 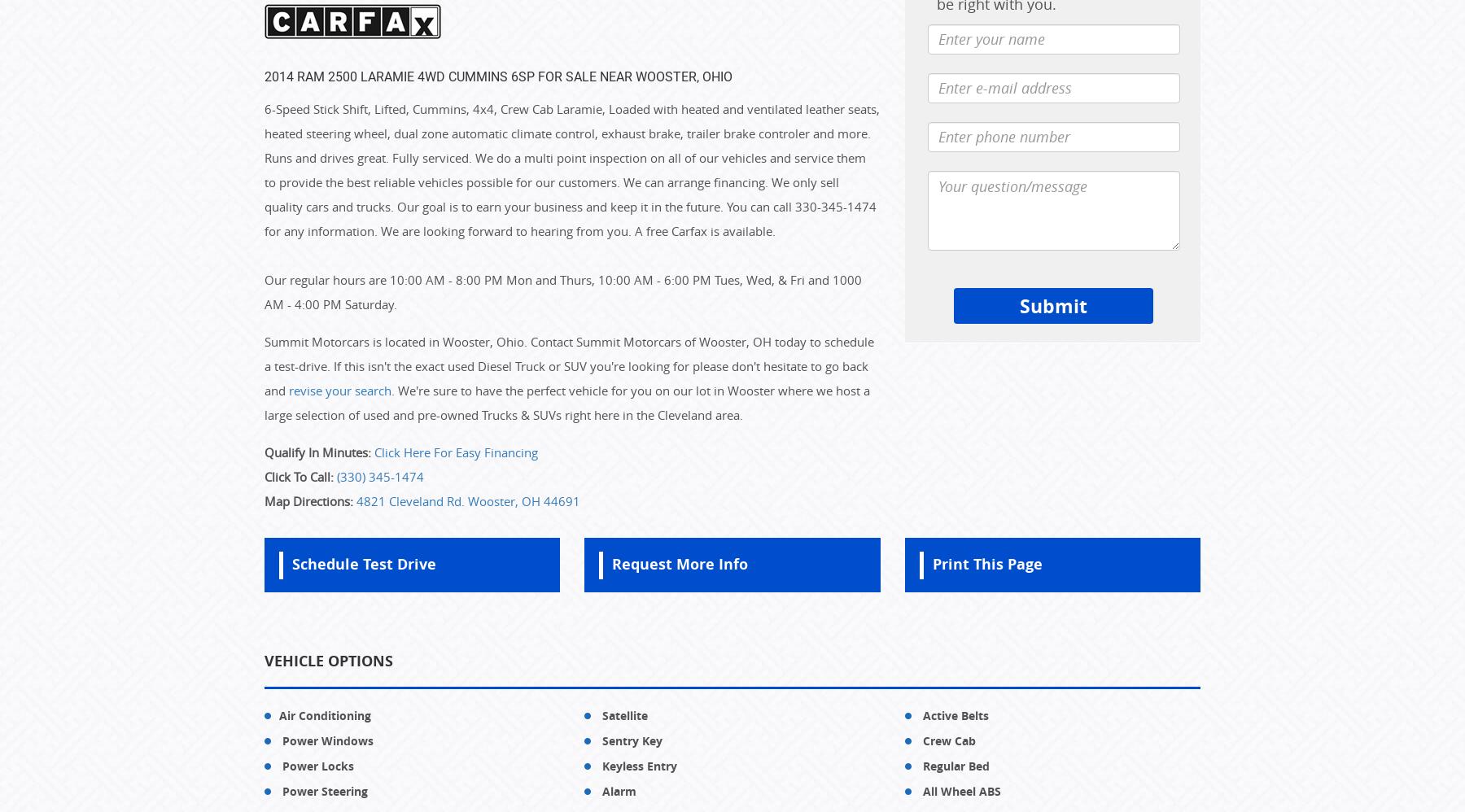 What do you see at coordinates (637, 765) in the screenshot?
I see `'Keyless Entry'` at bounding box center [637, 765].